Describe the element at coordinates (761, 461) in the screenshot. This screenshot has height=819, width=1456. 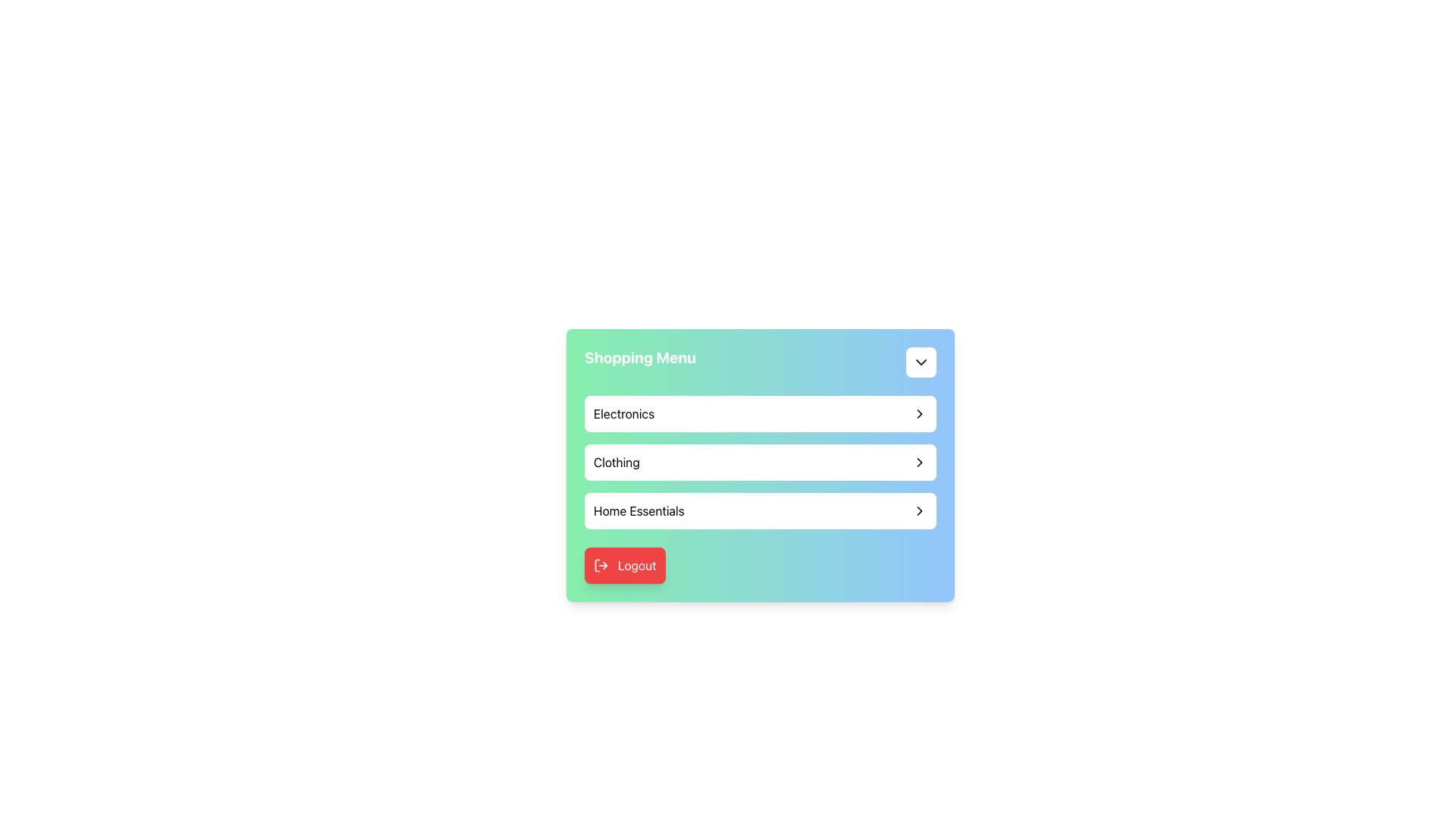
I see `the second button in the 'Shopping Menu' which is positioned below 'Electronics' and above 'Home Essentials' to change its appearance` at that location.